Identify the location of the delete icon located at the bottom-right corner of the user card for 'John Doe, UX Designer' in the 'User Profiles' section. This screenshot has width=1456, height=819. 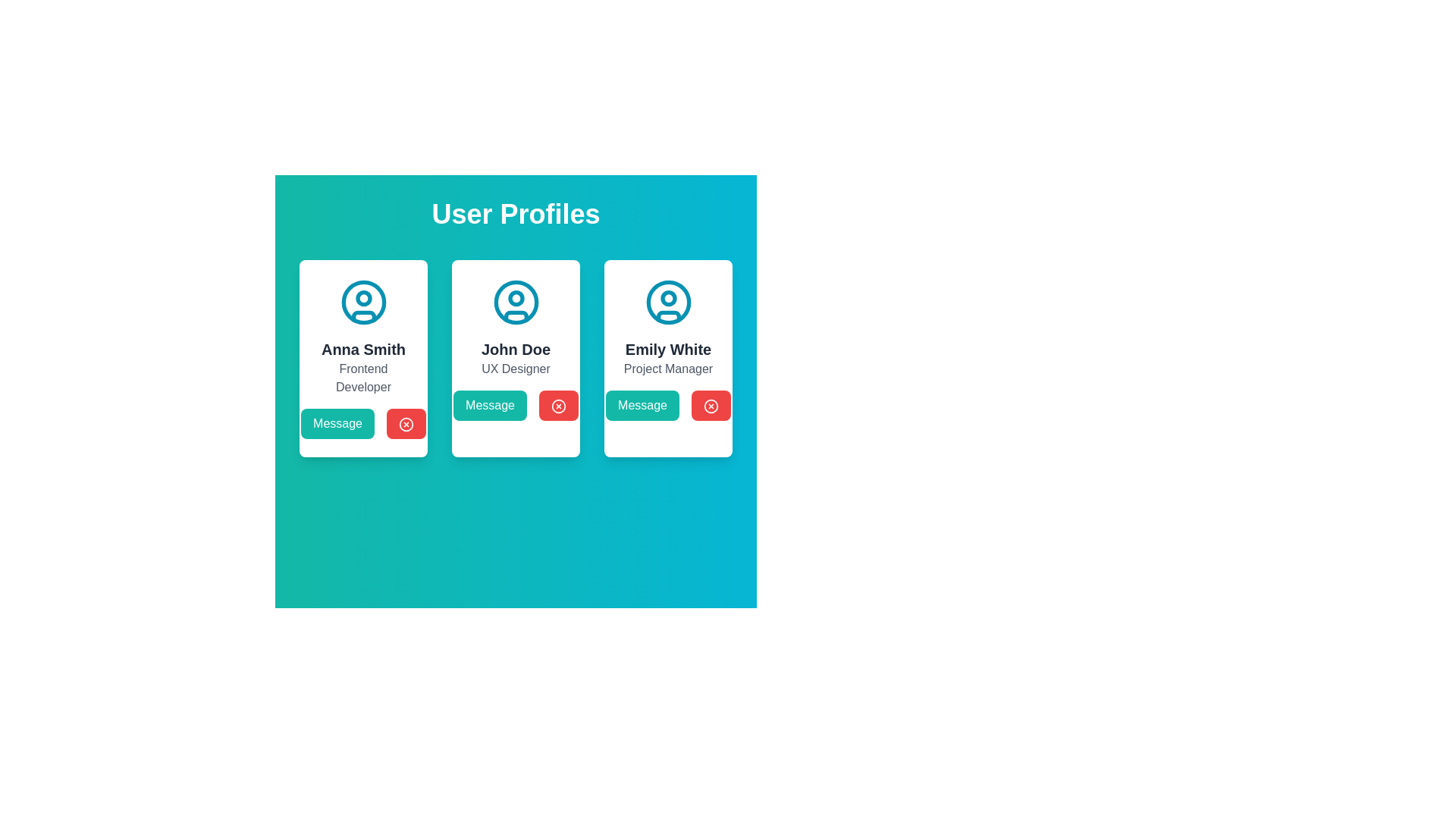
(557, 405).